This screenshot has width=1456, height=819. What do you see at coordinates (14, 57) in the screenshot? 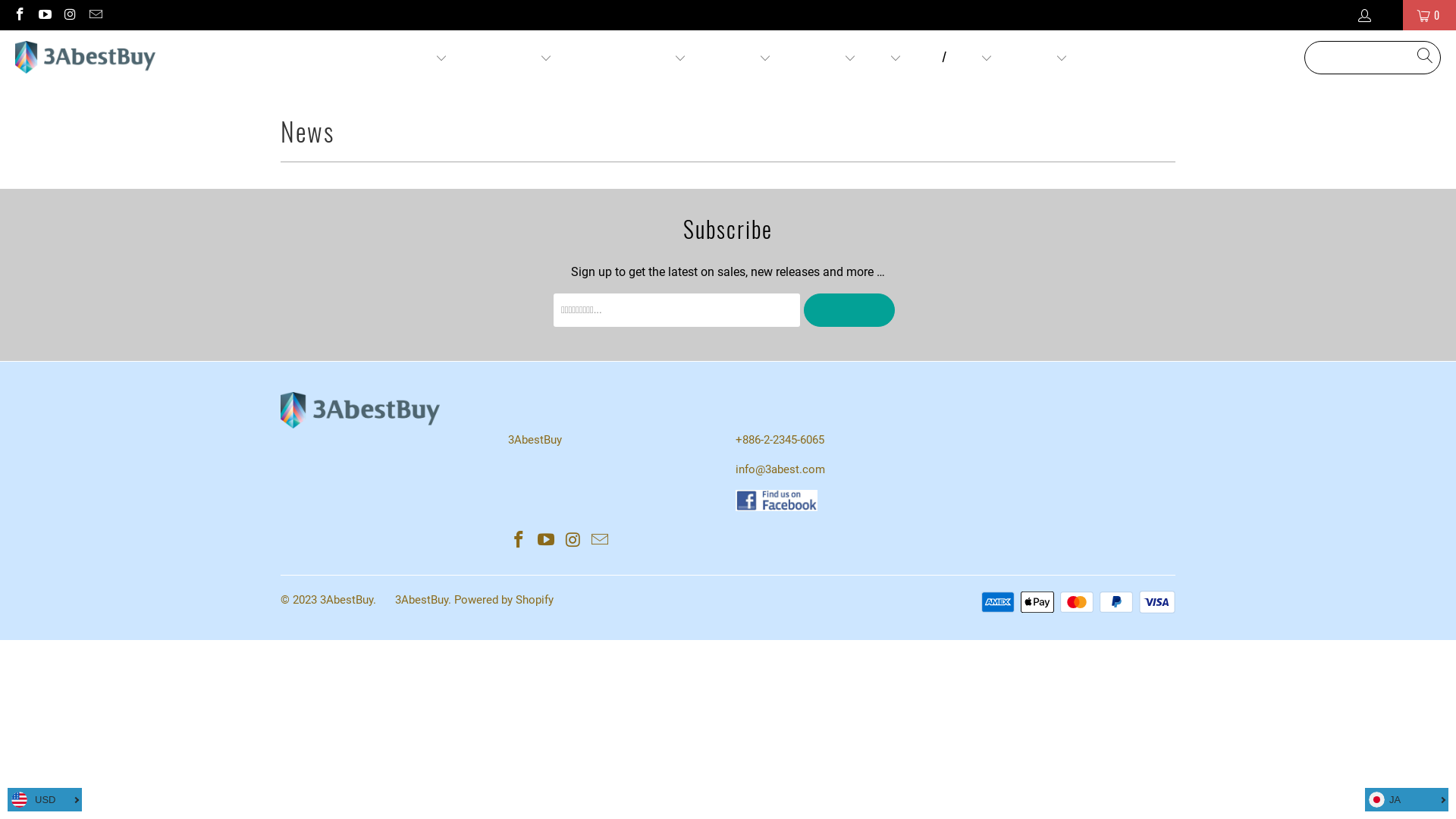
I see `'3AbestBuy'` at bounding box center [14, 57].